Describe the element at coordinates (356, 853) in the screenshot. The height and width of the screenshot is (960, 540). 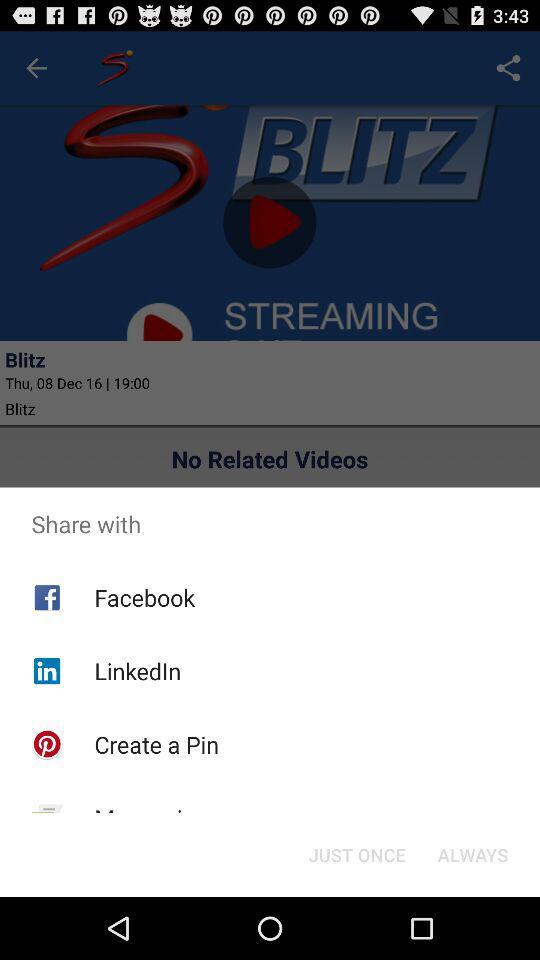
I see `icon next to always` at that location.